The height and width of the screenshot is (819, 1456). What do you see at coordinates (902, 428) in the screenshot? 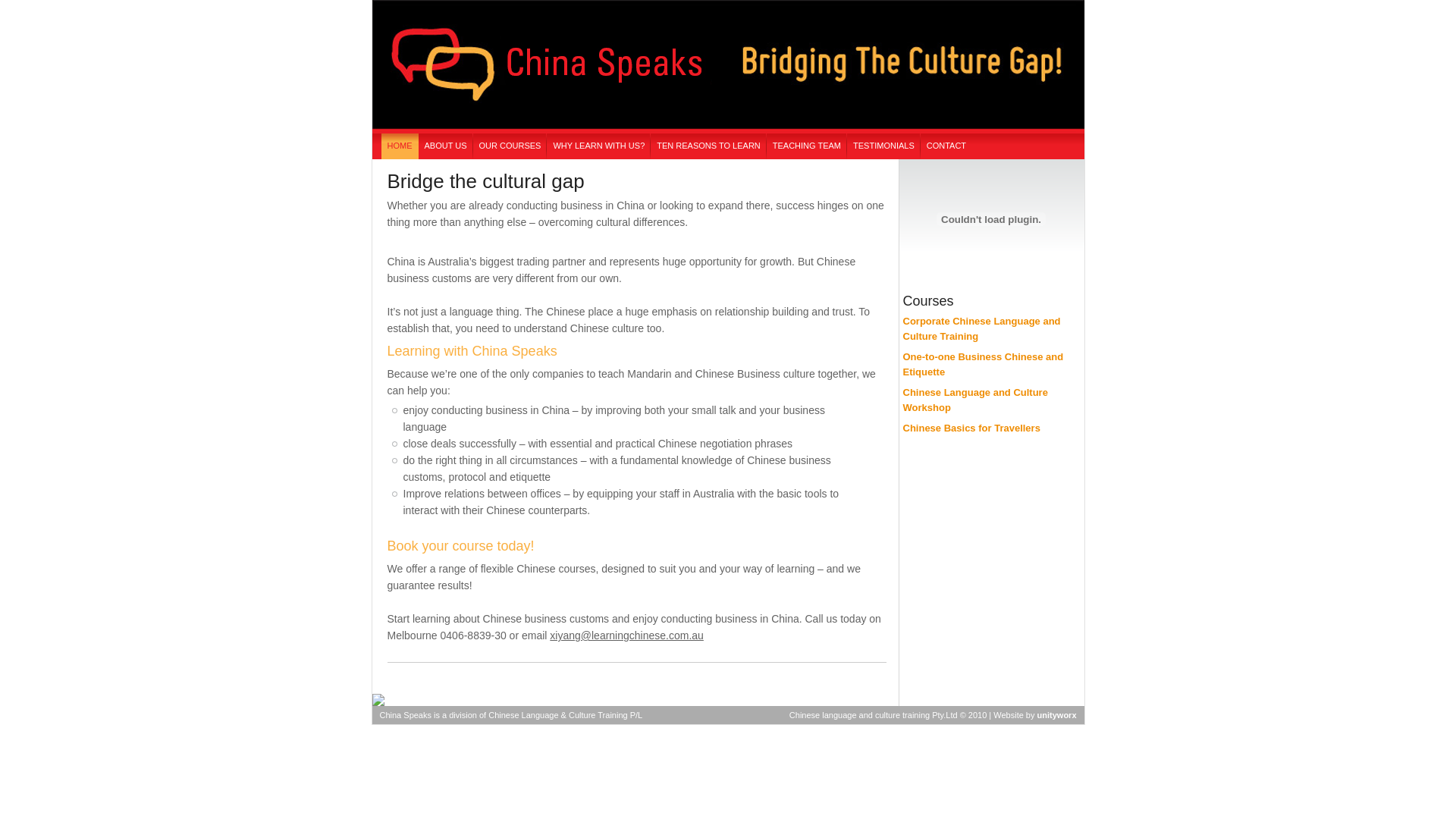
I see `'Chinese Basics for Travellers'` at bounding box center [902, 428].